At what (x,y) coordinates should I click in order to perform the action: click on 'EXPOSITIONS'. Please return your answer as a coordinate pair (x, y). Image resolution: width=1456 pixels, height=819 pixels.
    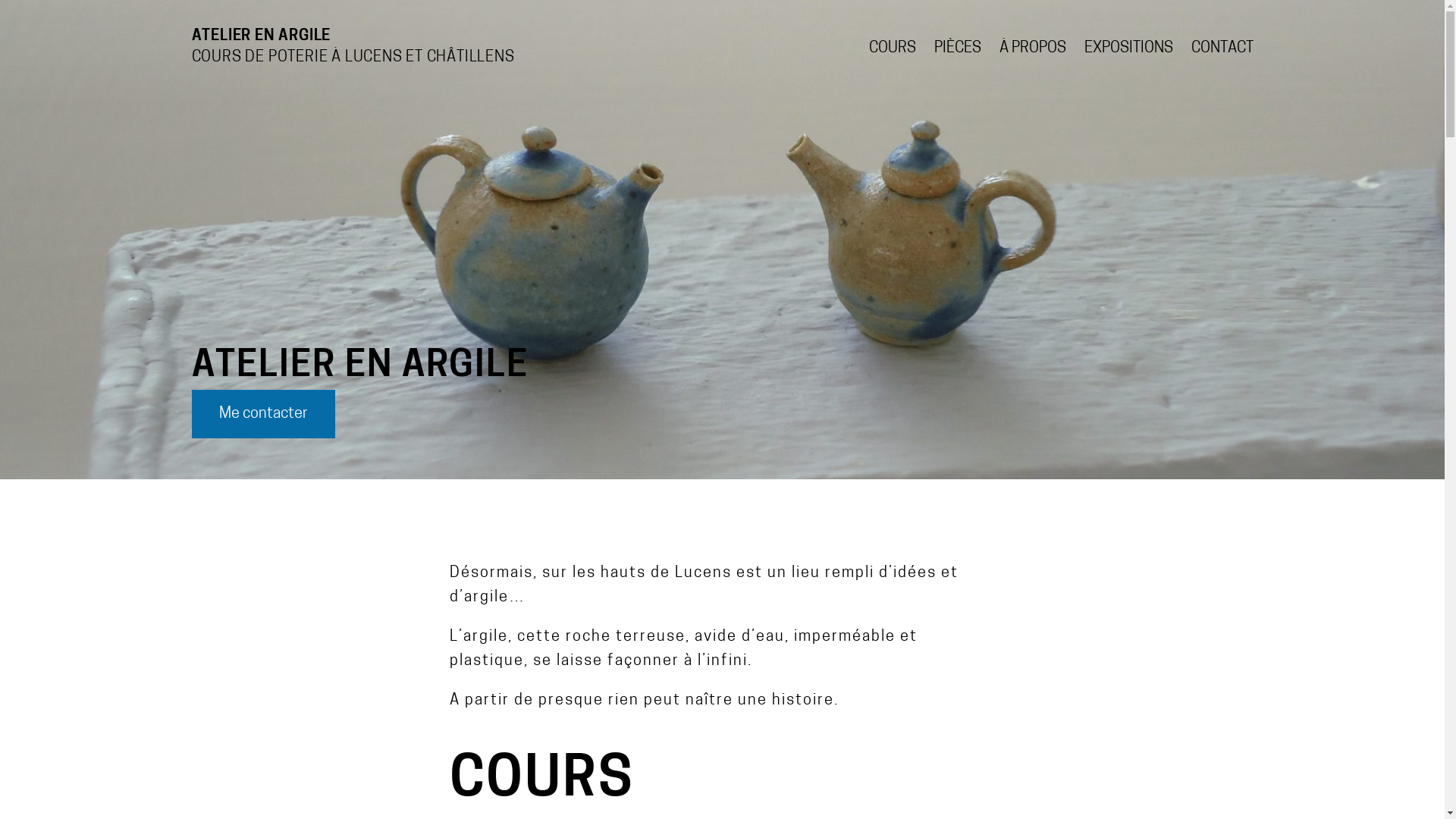
    Looking at the image, I should click on (1128, 48).